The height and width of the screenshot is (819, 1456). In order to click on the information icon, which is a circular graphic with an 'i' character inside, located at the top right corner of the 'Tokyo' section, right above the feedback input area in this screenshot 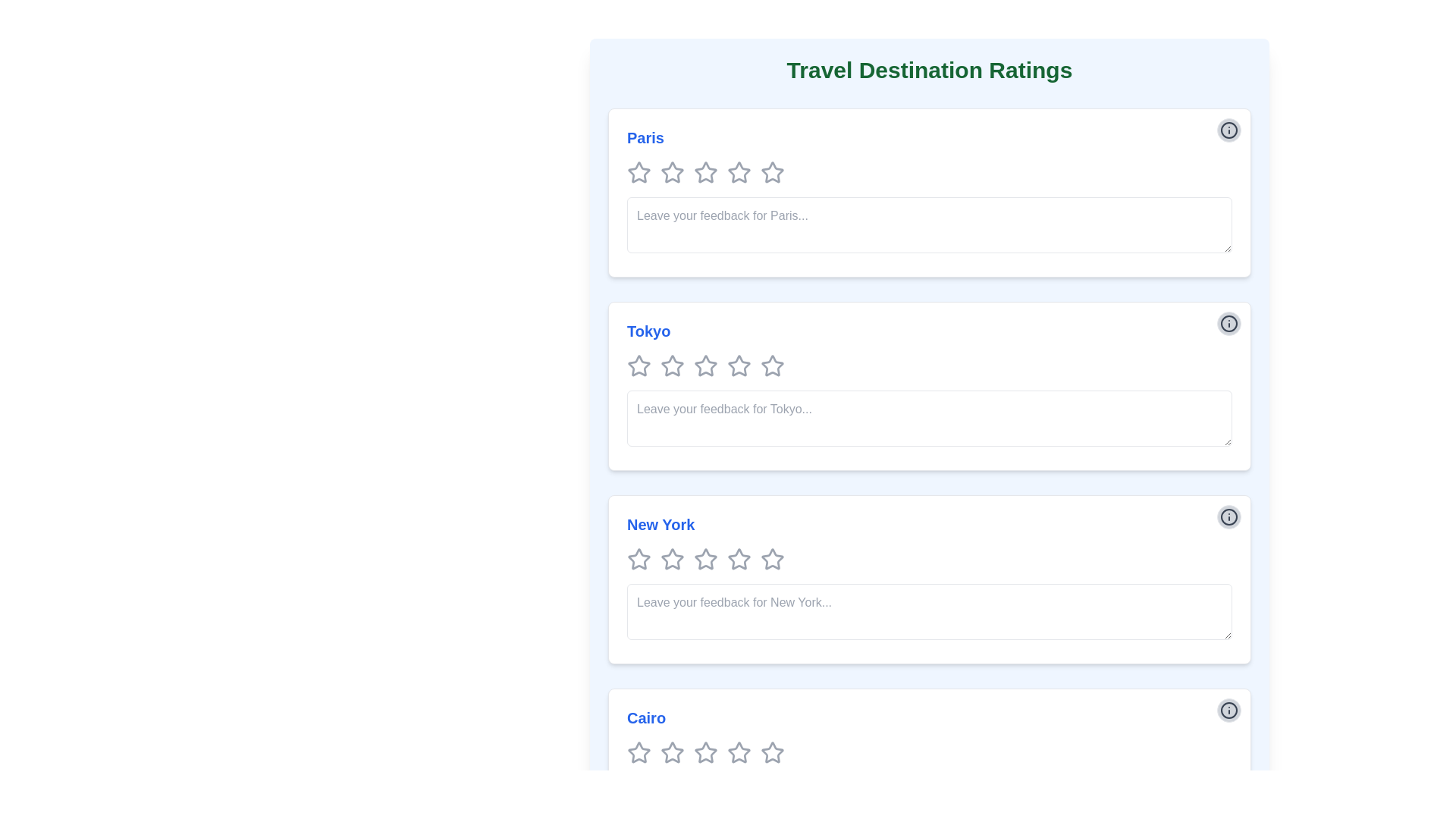, I will do `click(1229, 323)`.